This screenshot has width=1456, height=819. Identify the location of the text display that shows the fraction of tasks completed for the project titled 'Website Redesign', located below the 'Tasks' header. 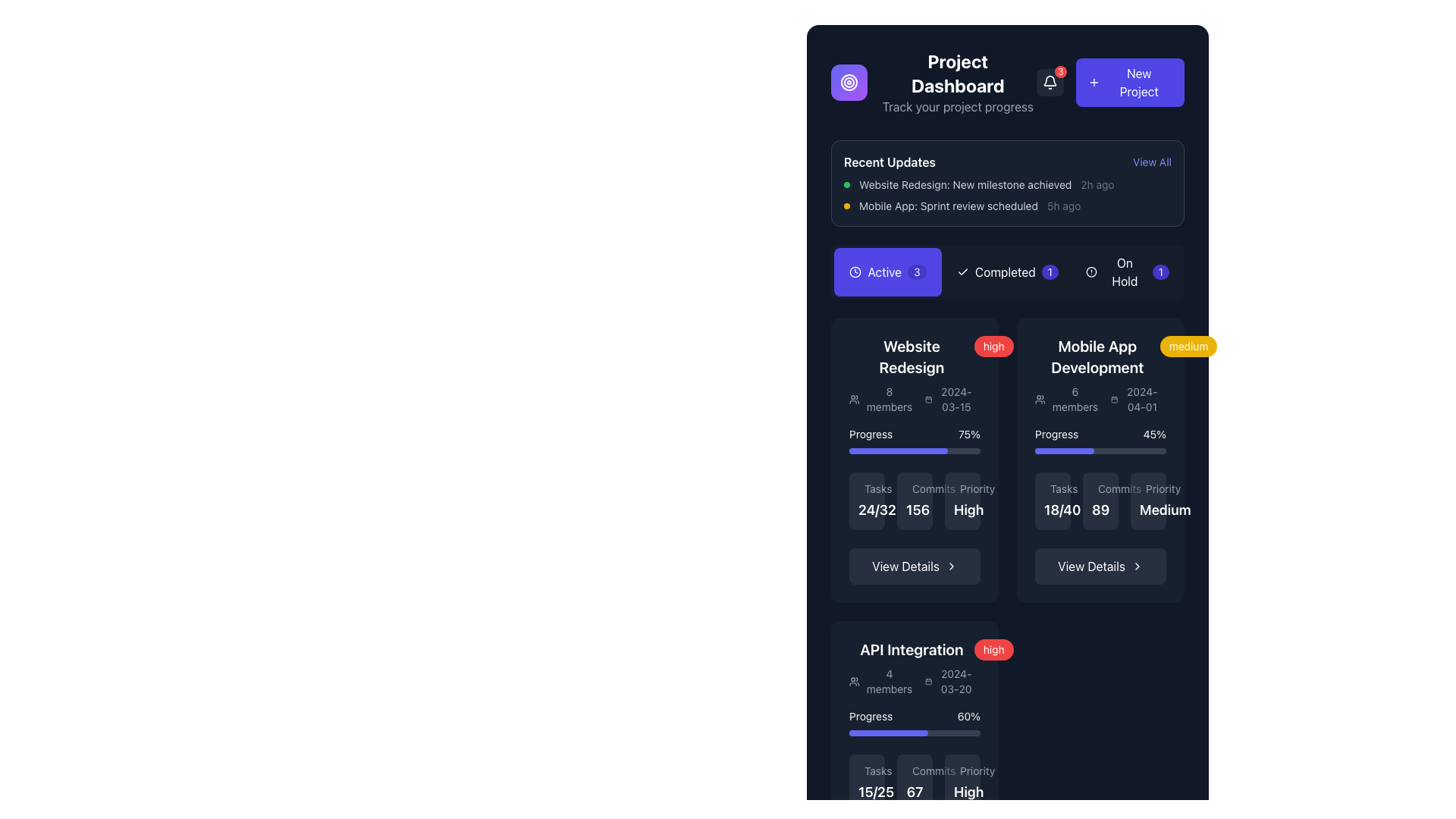
(877, 510).